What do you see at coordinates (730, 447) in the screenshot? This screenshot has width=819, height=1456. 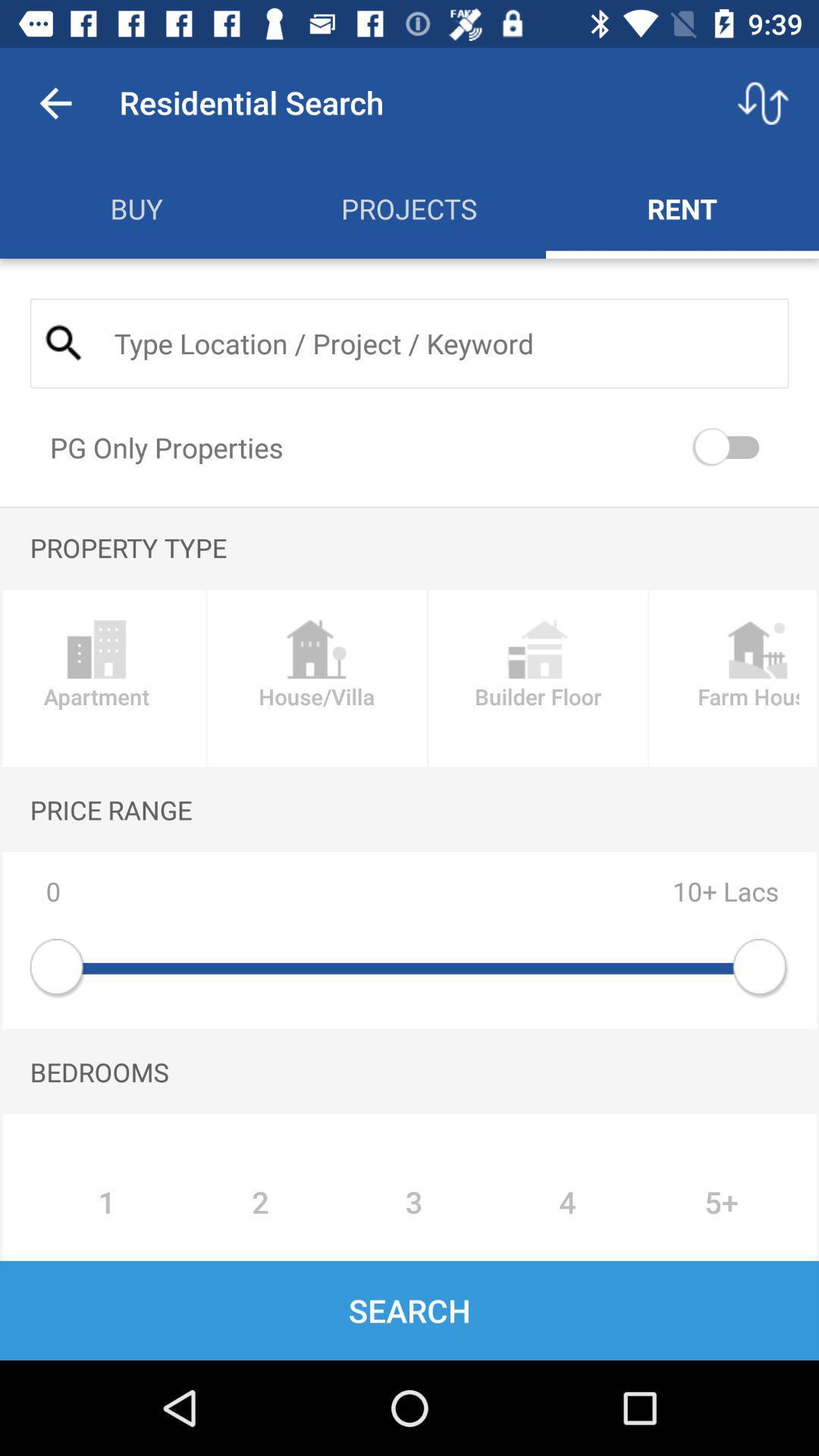 I see `turn on pg only properties` at bounding box center [730, 447].